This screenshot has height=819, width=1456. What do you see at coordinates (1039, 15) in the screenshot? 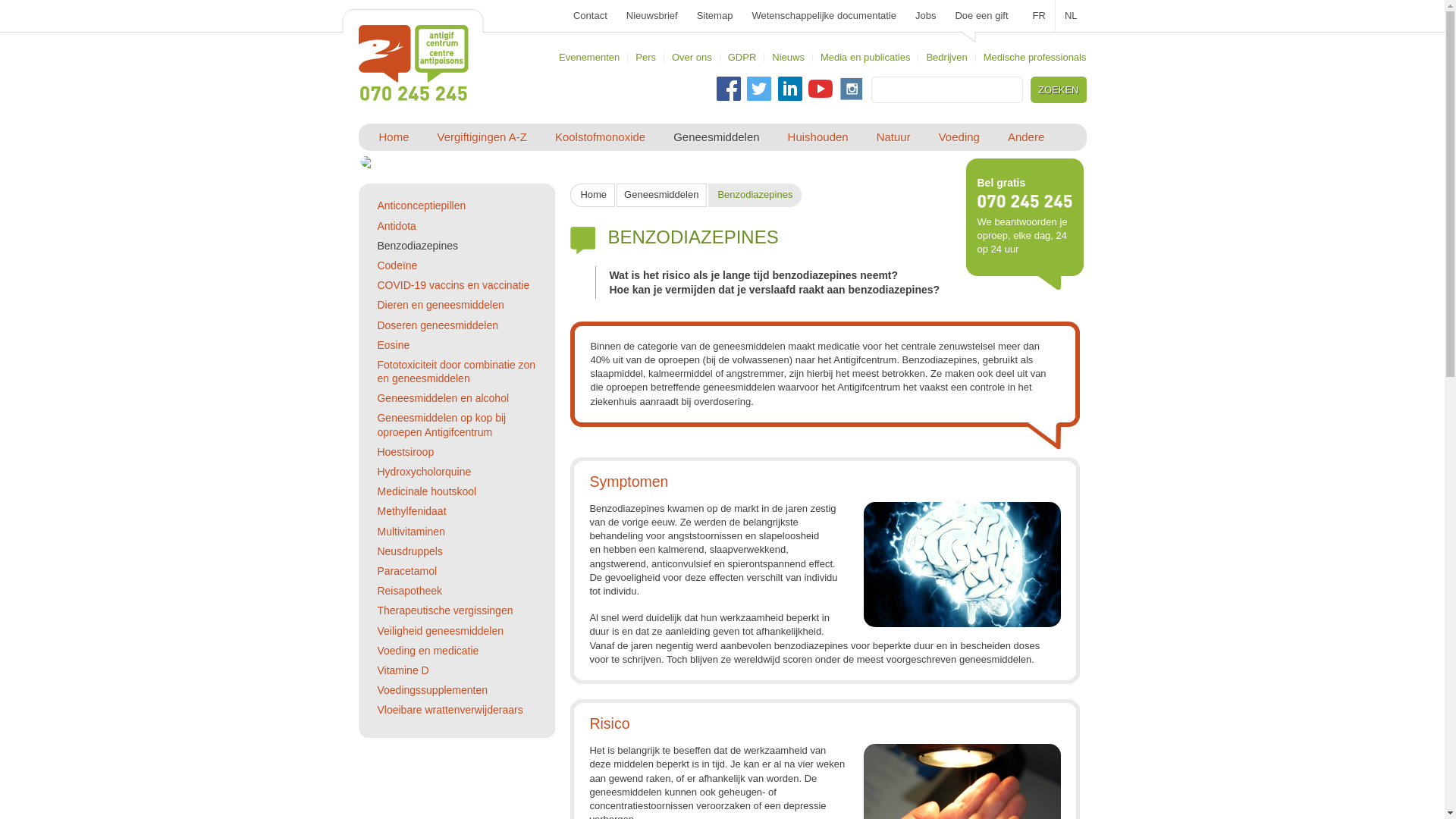
I see `'FR'` at bounding box center [1039, 15].